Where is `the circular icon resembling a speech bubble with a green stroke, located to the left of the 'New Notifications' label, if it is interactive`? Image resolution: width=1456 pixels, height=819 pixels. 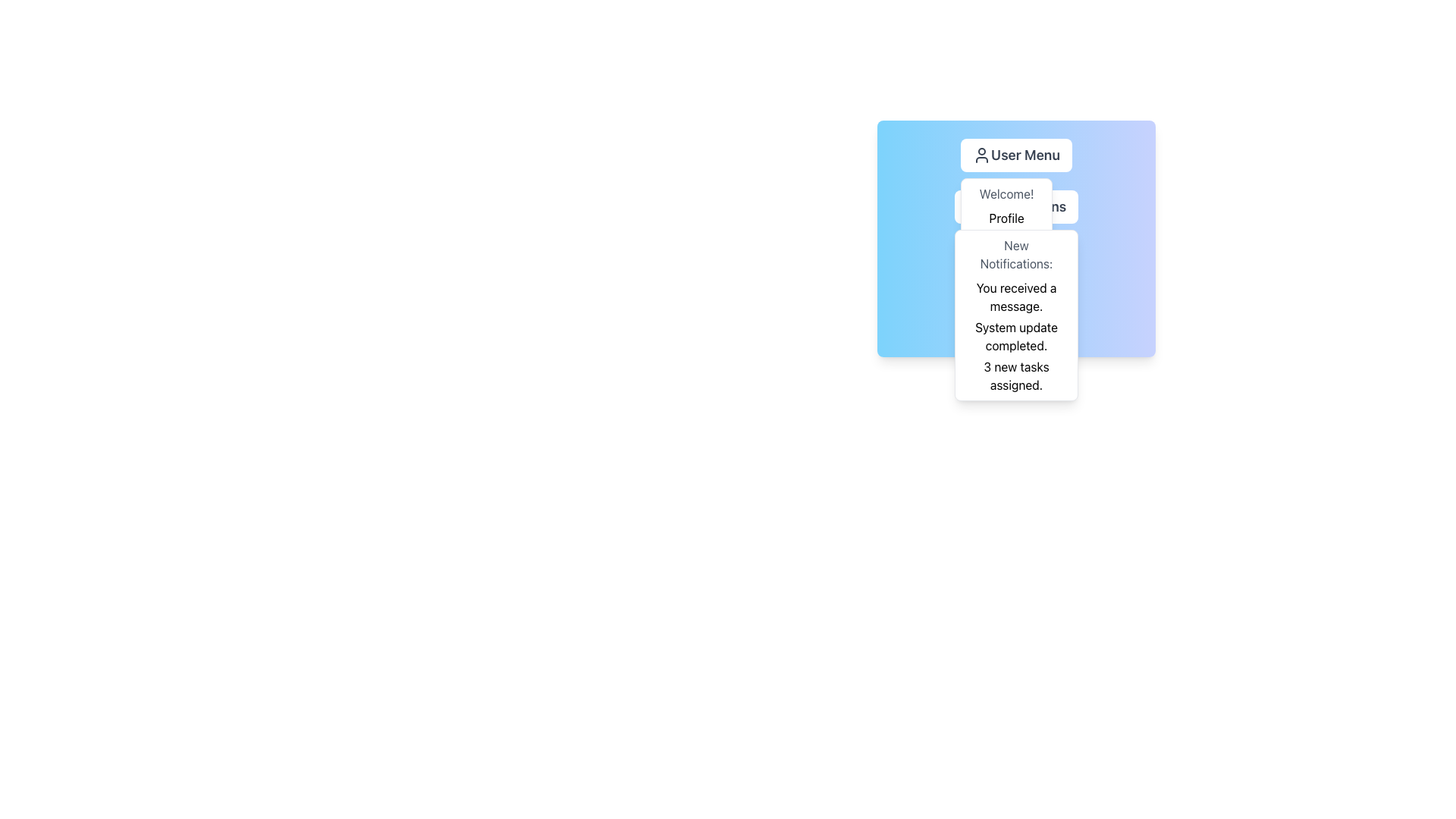
the circular icon resembling a speech bubble with a green stroke, located to the left of the 'New Notifications' label, if it is interactive is located at coordinates (985, 256).